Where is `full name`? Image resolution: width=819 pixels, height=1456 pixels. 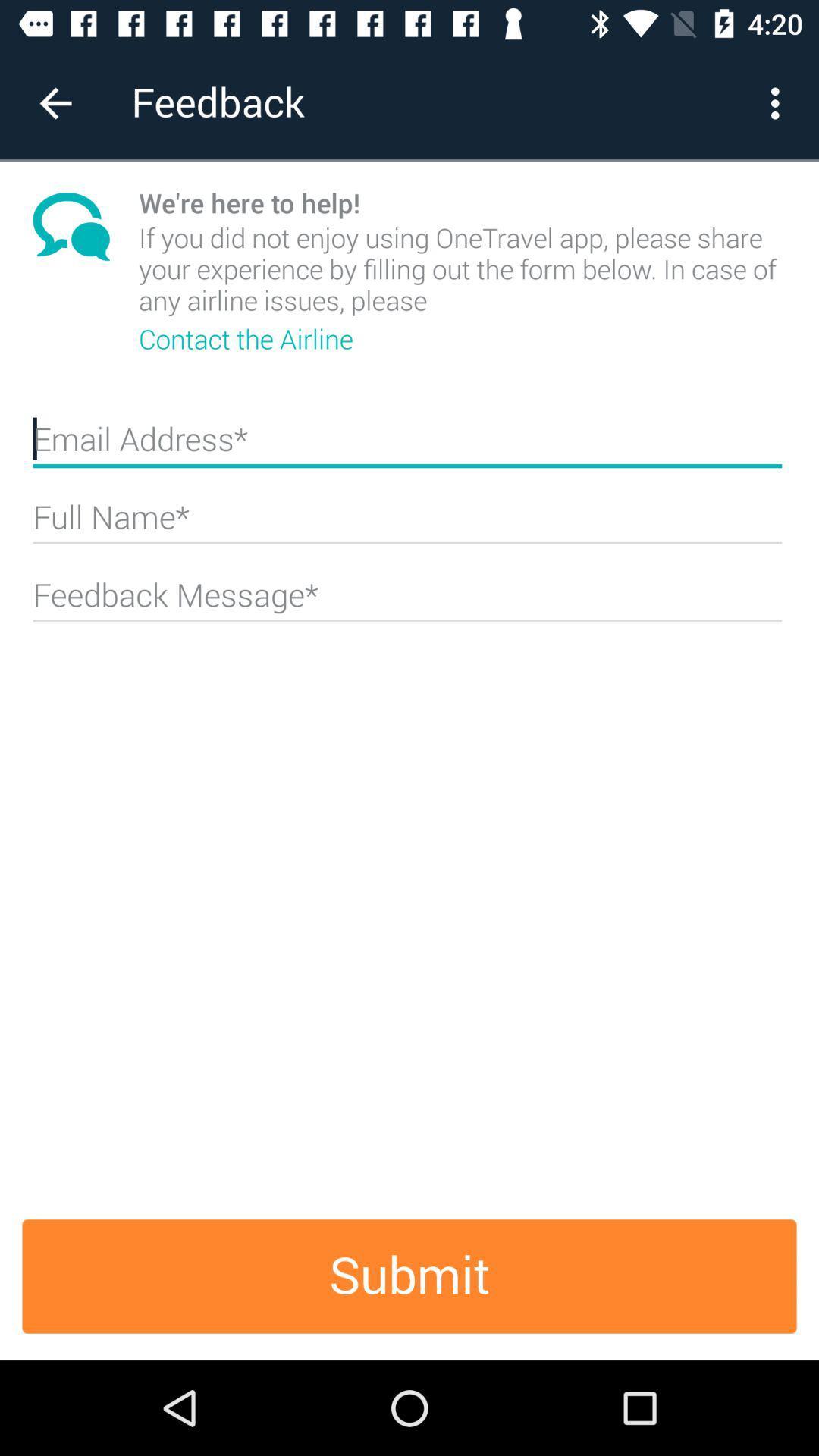 full name is located at coordinates (406, 523).